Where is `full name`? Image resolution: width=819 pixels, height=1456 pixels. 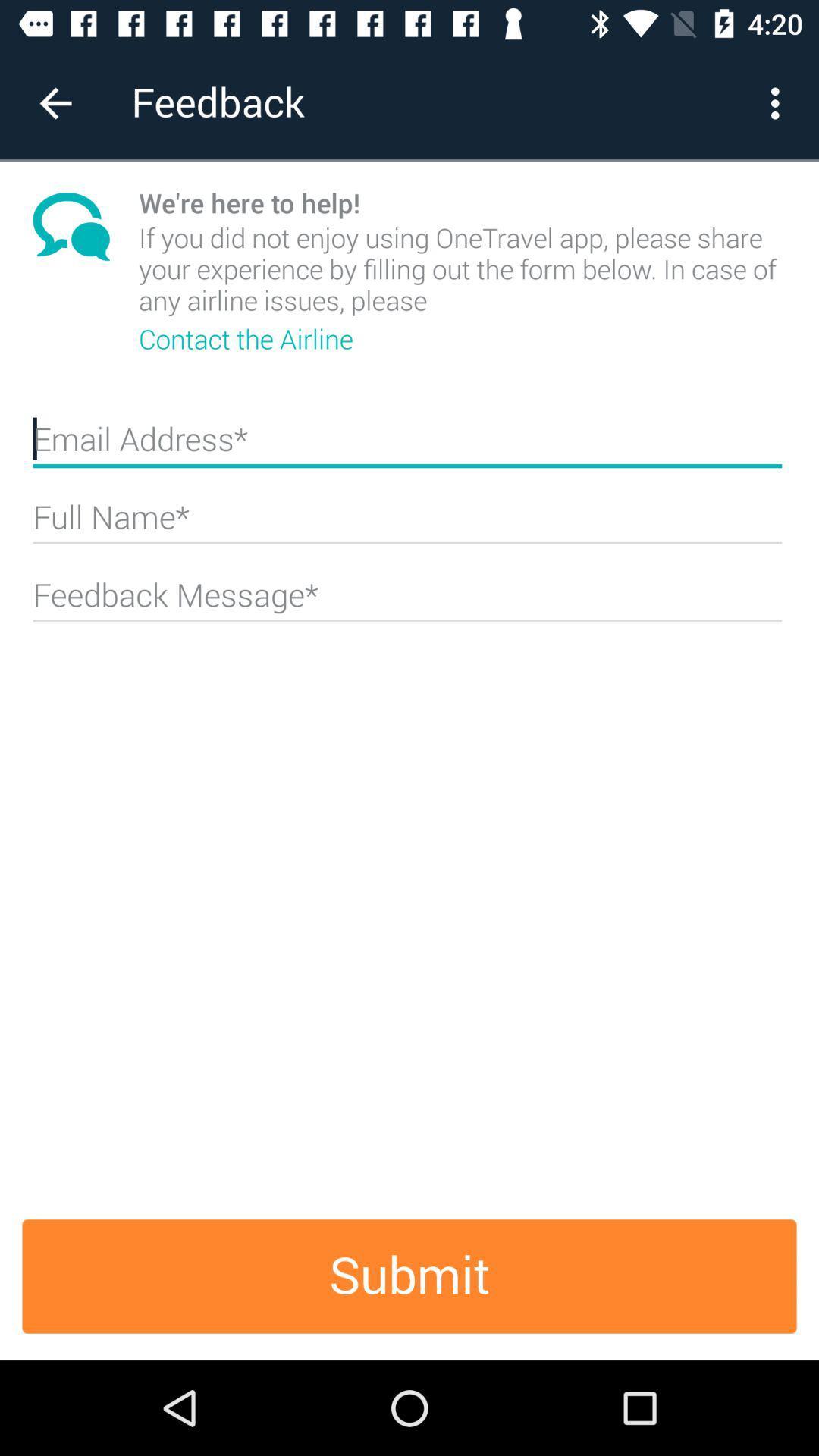 full name is located at coordinates (406, 523).